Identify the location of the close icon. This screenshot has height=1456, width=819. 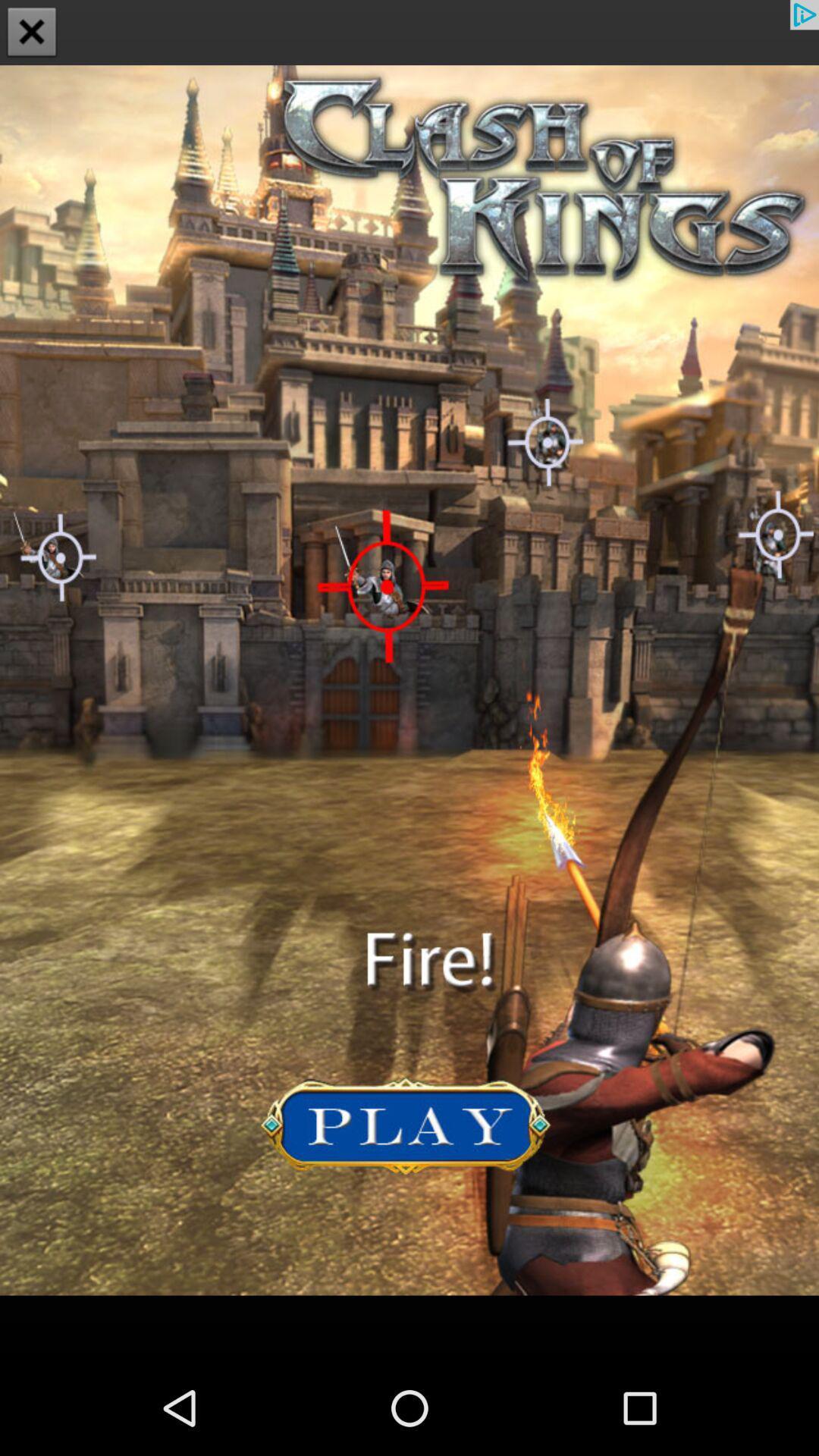
(32, 33).